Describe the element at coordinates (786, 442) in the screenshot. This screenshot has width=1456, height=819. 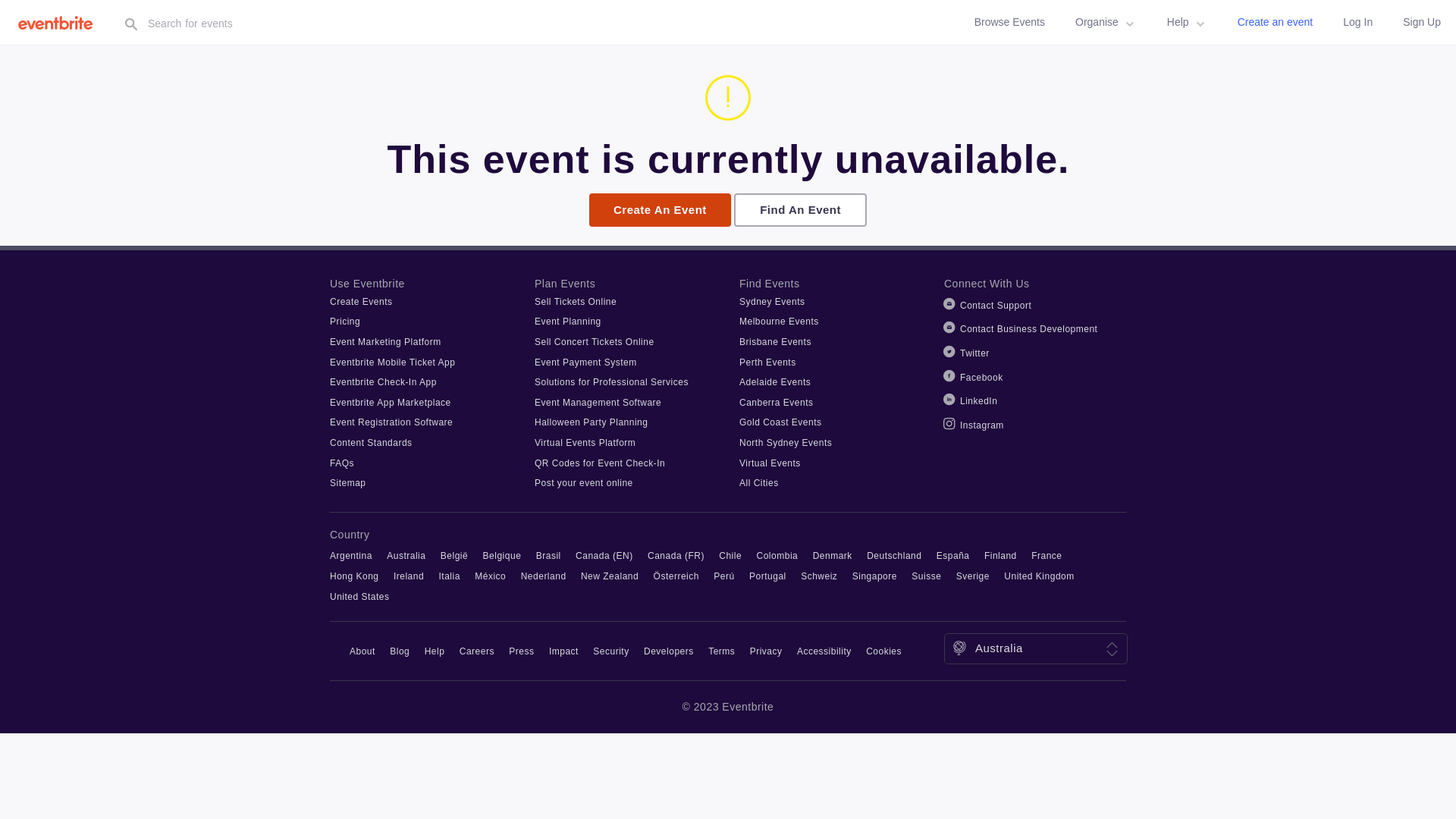
I see `'North Sydney Events'` at that location.